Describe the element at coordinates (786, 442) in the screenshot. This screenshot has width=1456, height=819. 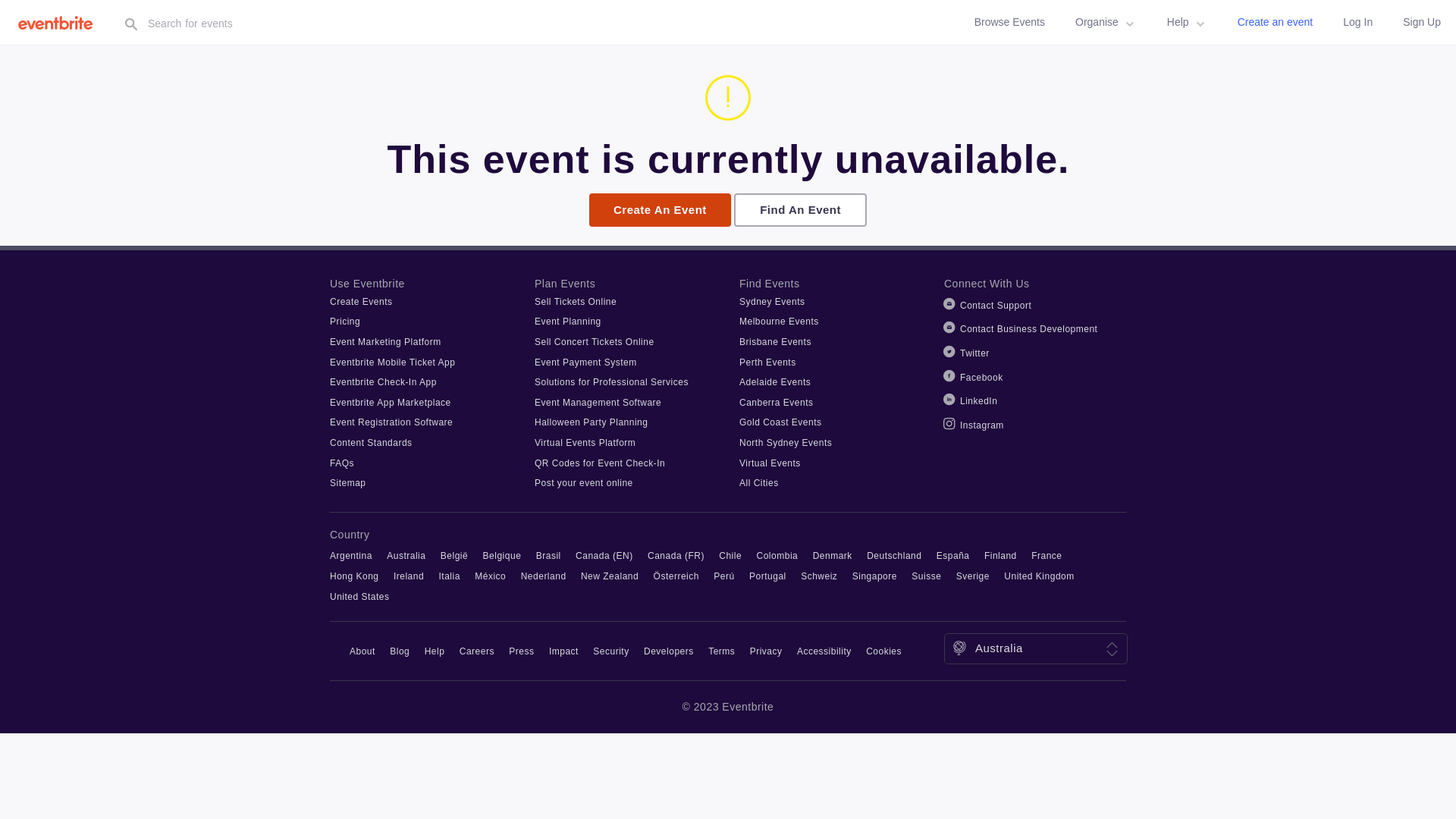
I see `'North Sydney Events'` at that location.